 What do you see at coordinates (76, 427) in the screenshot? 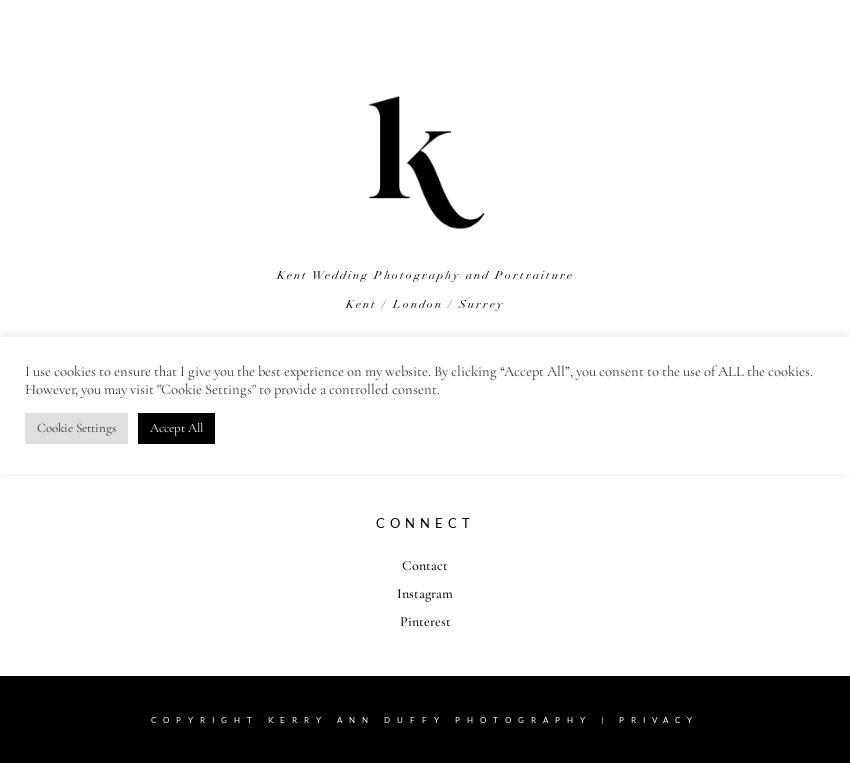
I see `'Cookie Settings'` at bounding box center [76, 427].